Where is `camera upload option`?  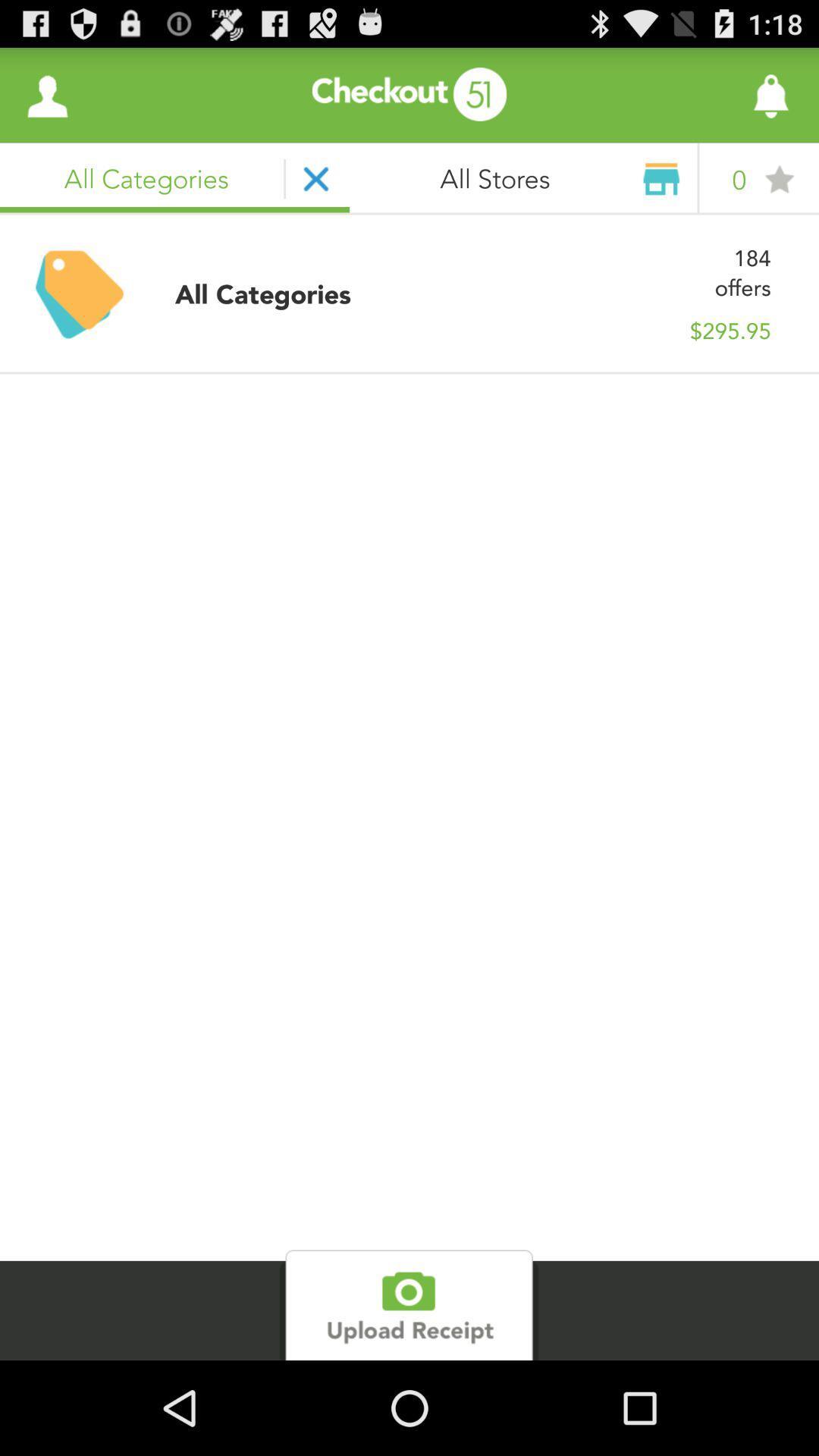 camera upload option is located at coordinates (408, 1304).